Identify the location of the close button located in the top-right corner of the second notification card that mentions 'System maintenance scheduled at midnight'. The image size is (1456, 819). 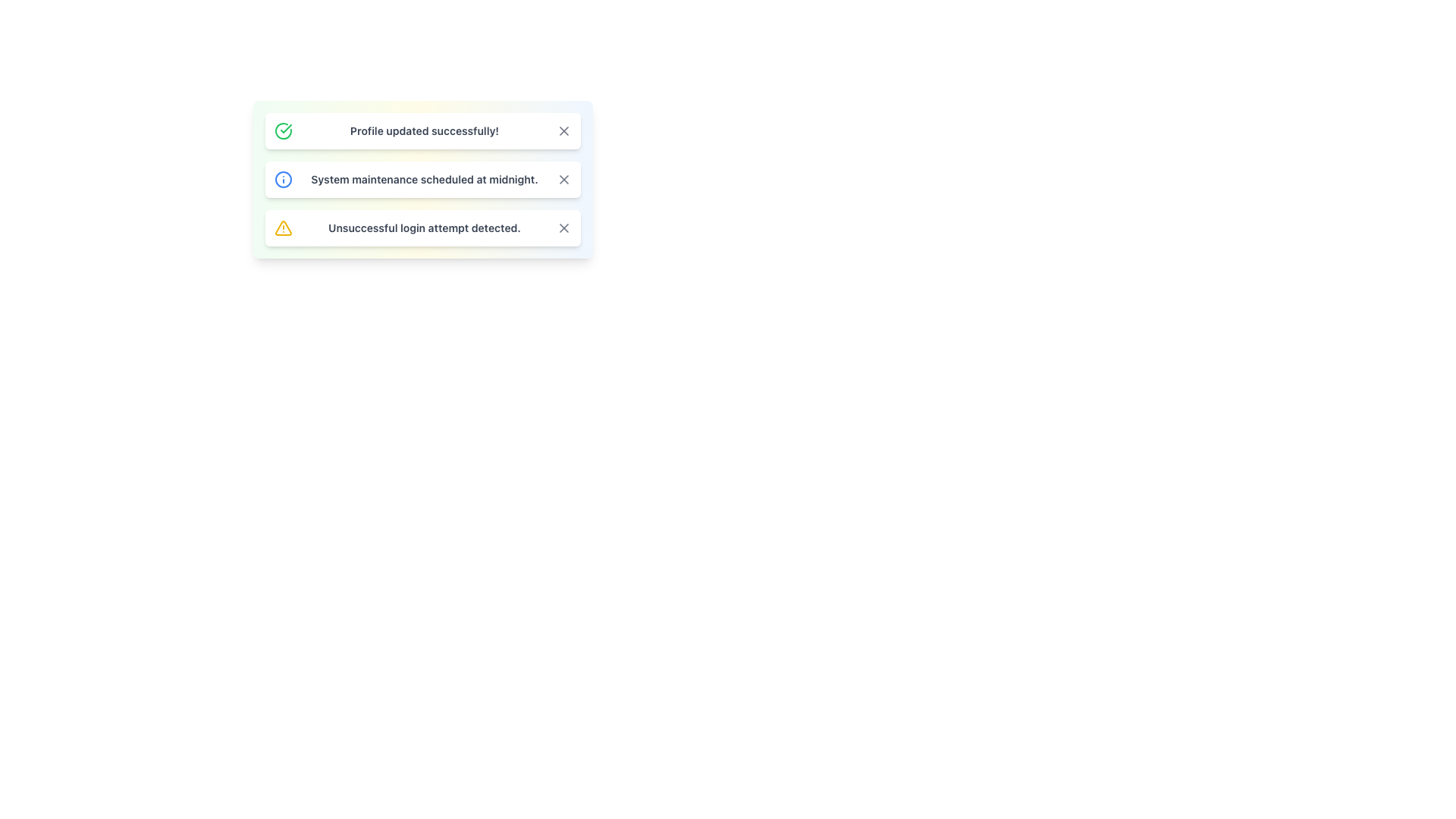
(563, 178).